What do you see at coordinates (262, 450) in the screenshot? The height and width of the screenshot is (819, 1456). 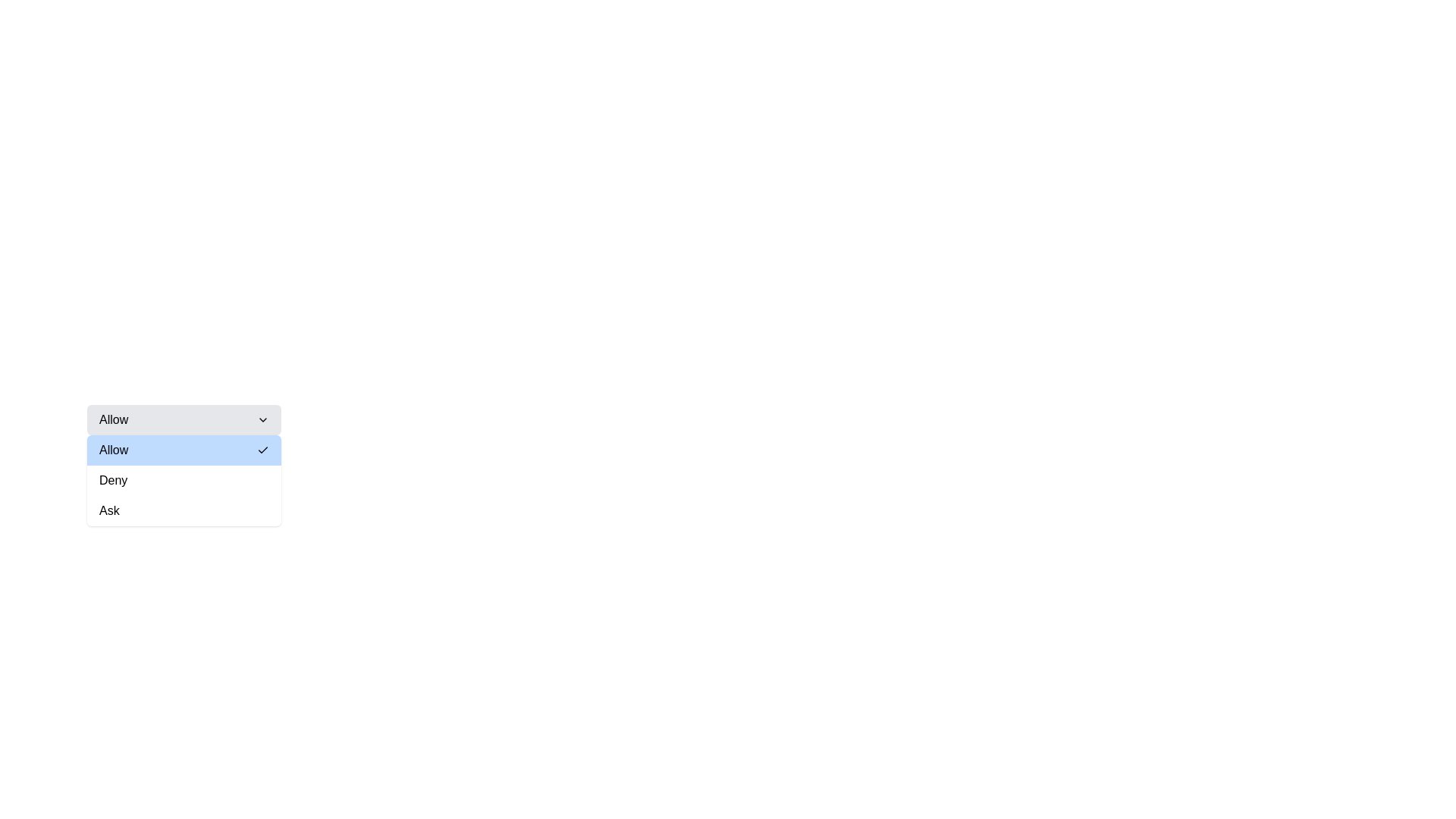 I see `the checkmark icon located to the right of the 'Allow' text to interact with the component` at bounding box center [262, 450].